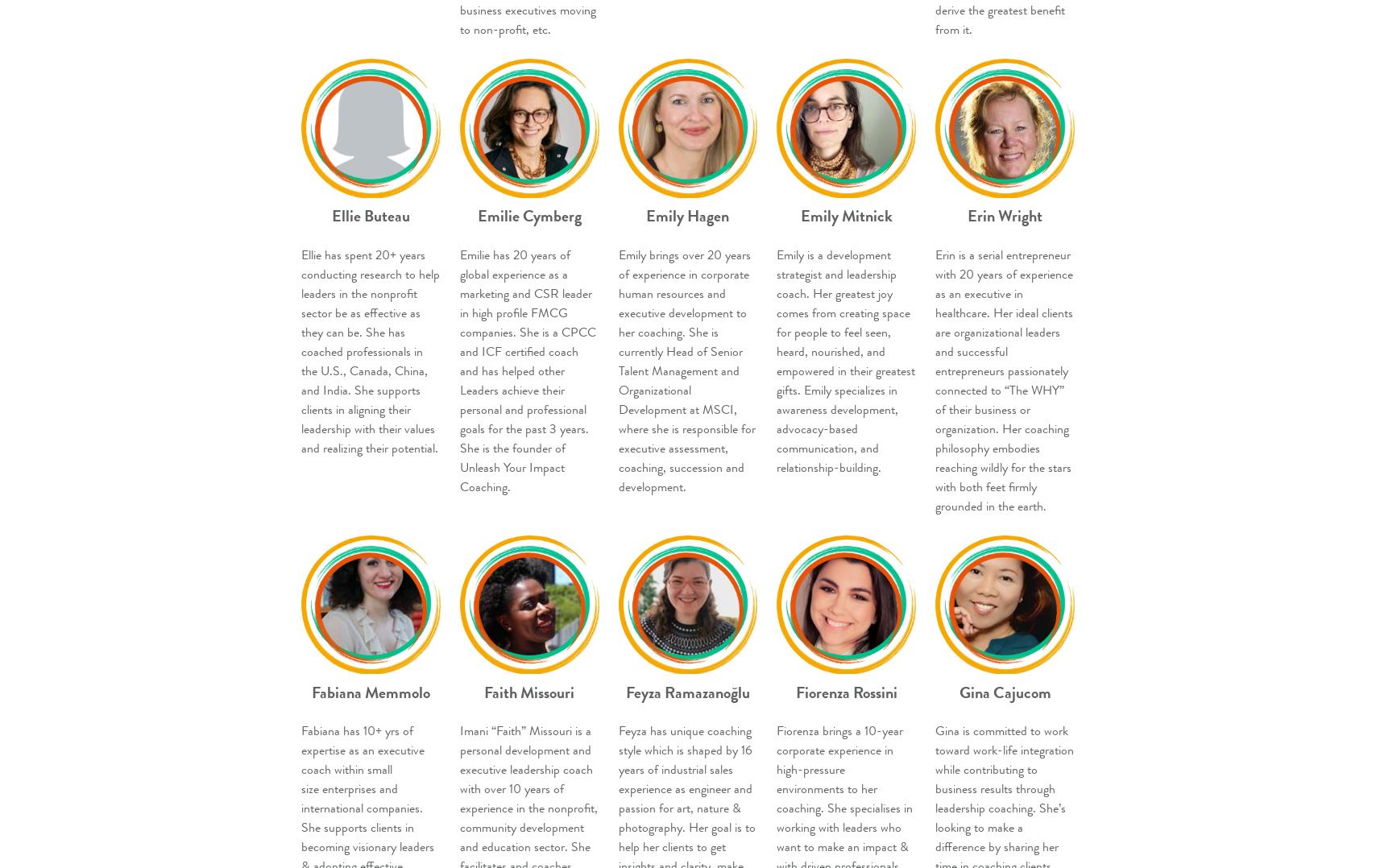 The image size is (1376, 868). Describe the element at coordinates (527, 370) in the screenshot. I see `'Emilie has 20 years of global experience as a marketing and CSR leader in high profile FMCG companies. She is a CPCC and ICF certified coach and has helped other Leaders achieve their personal and professional goals for the past 3 years. She is the founder of Unleash Your Impact Coaching.'` at that location.